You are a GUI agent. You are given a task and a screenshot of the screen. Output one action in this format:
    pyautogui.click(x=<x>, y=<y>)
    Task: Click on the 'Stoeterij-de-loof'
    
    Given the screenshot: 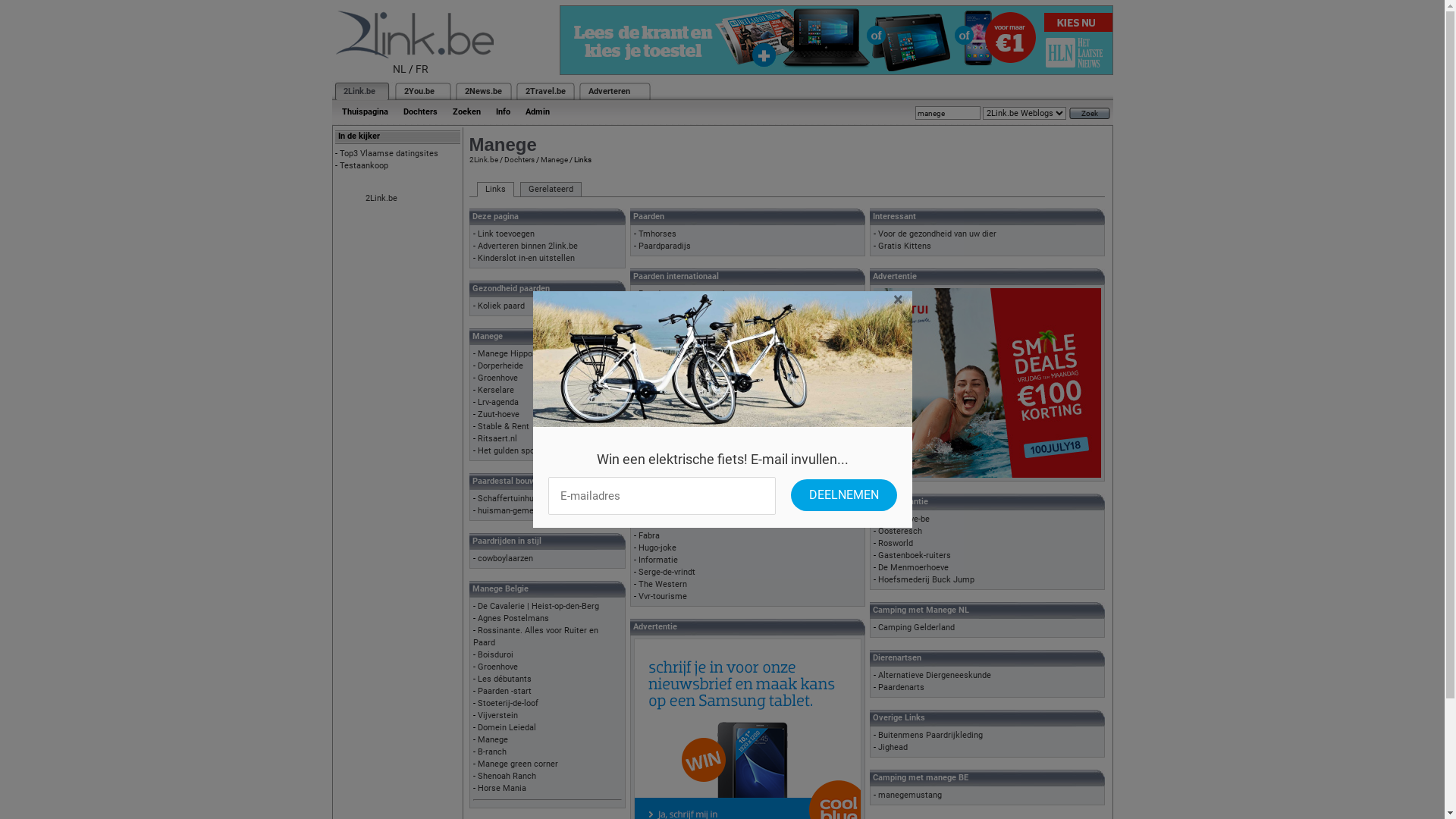 What is the action you would take?
    pyautogui.click(x=476, y=703)
    